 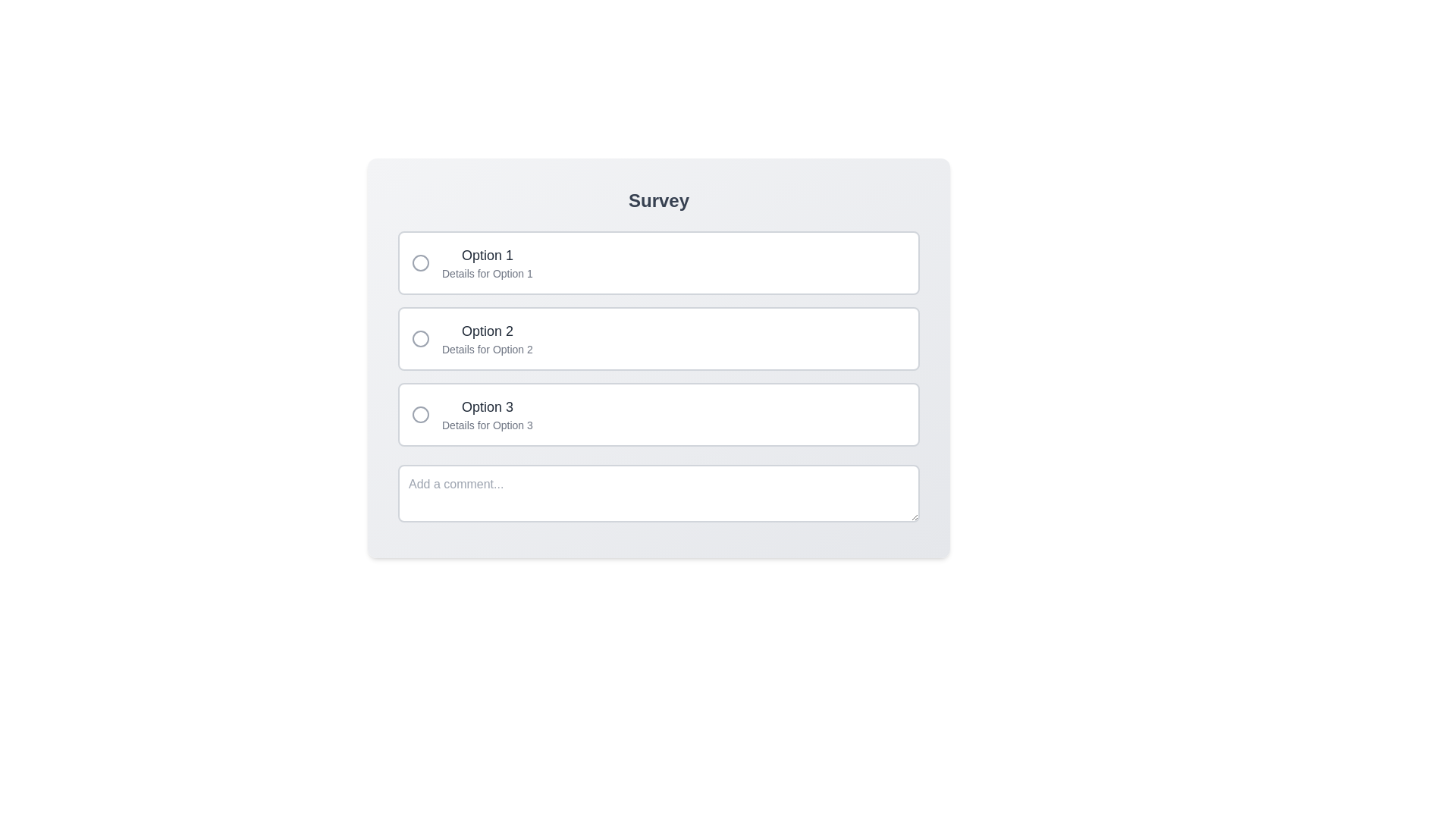 What do you see at coordinates (488, 425) in the screenshot?
I see `the non-interactive text label providing additional details about 'Option 3', located below the main option title in the vertical list of selectable options` at bounding box center [488, 425].